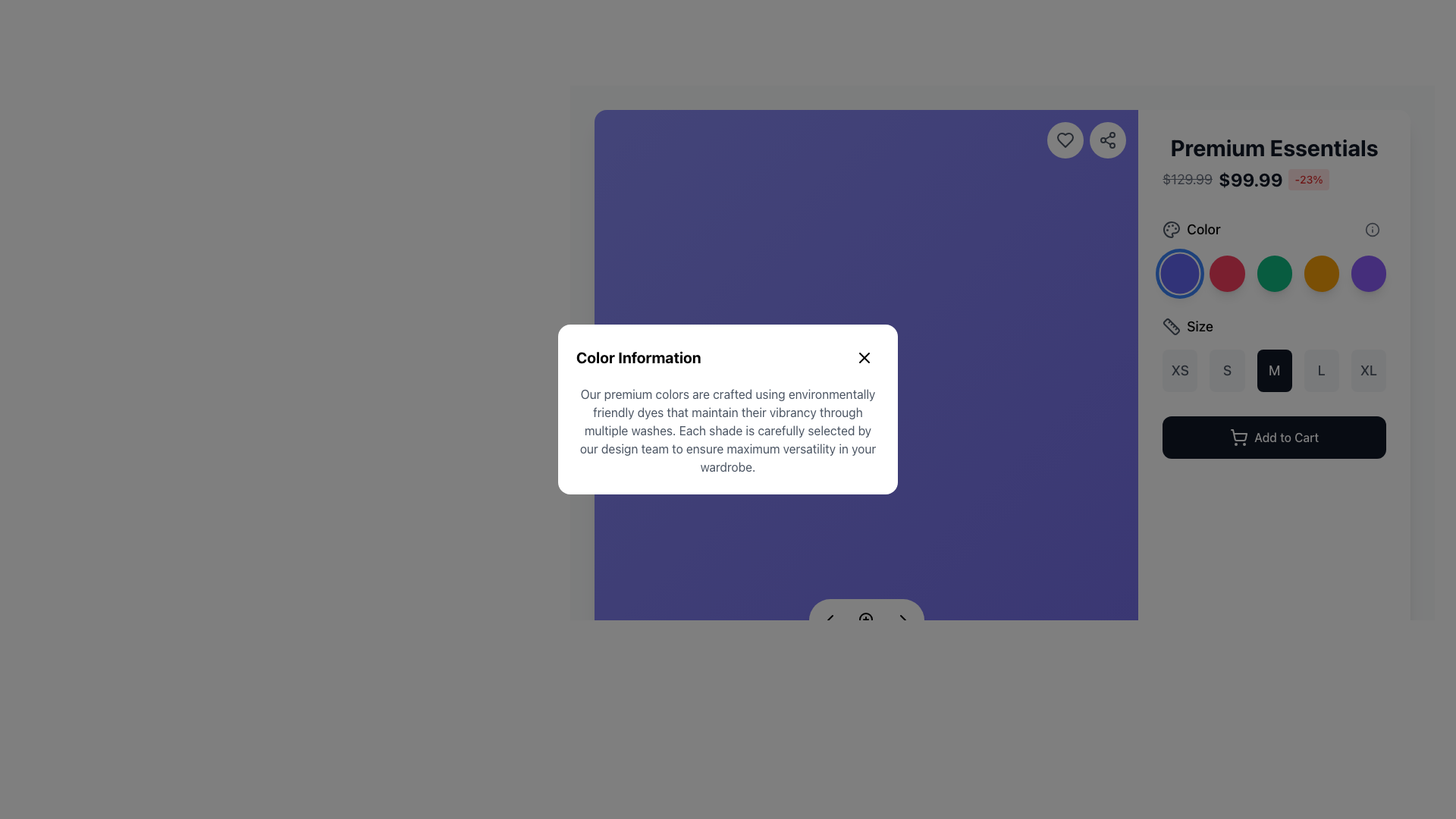 This screenshot has width=1456, height=819. What do you see at coordinates (902, 620) in the screenshot?
I see `the right-facing chevron arrow icon used for navigation located at the bottom right of the popup` at bounding box center [902, 620].